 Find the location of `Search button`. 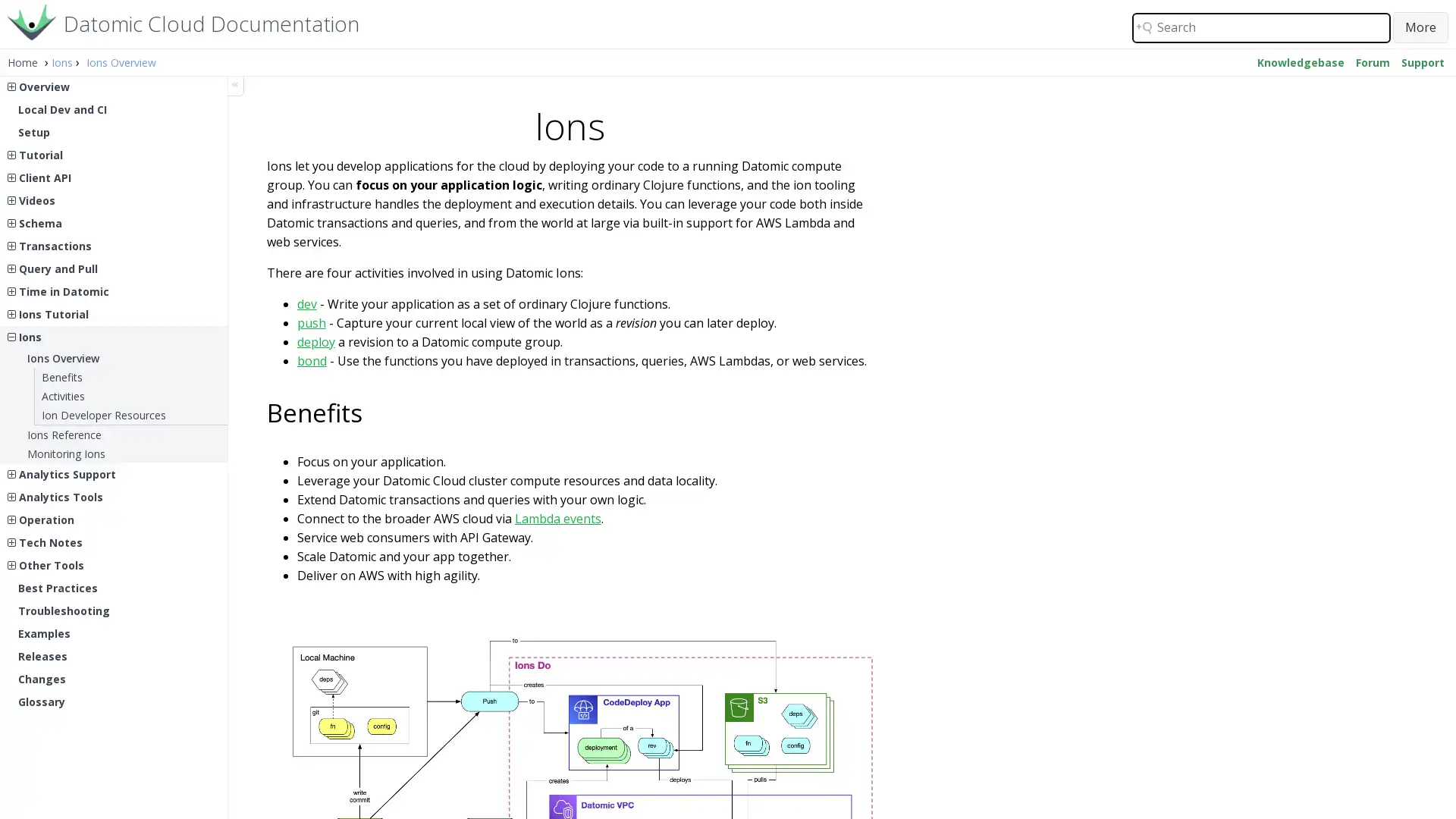

Search button is located at coordinates (1420, 27).